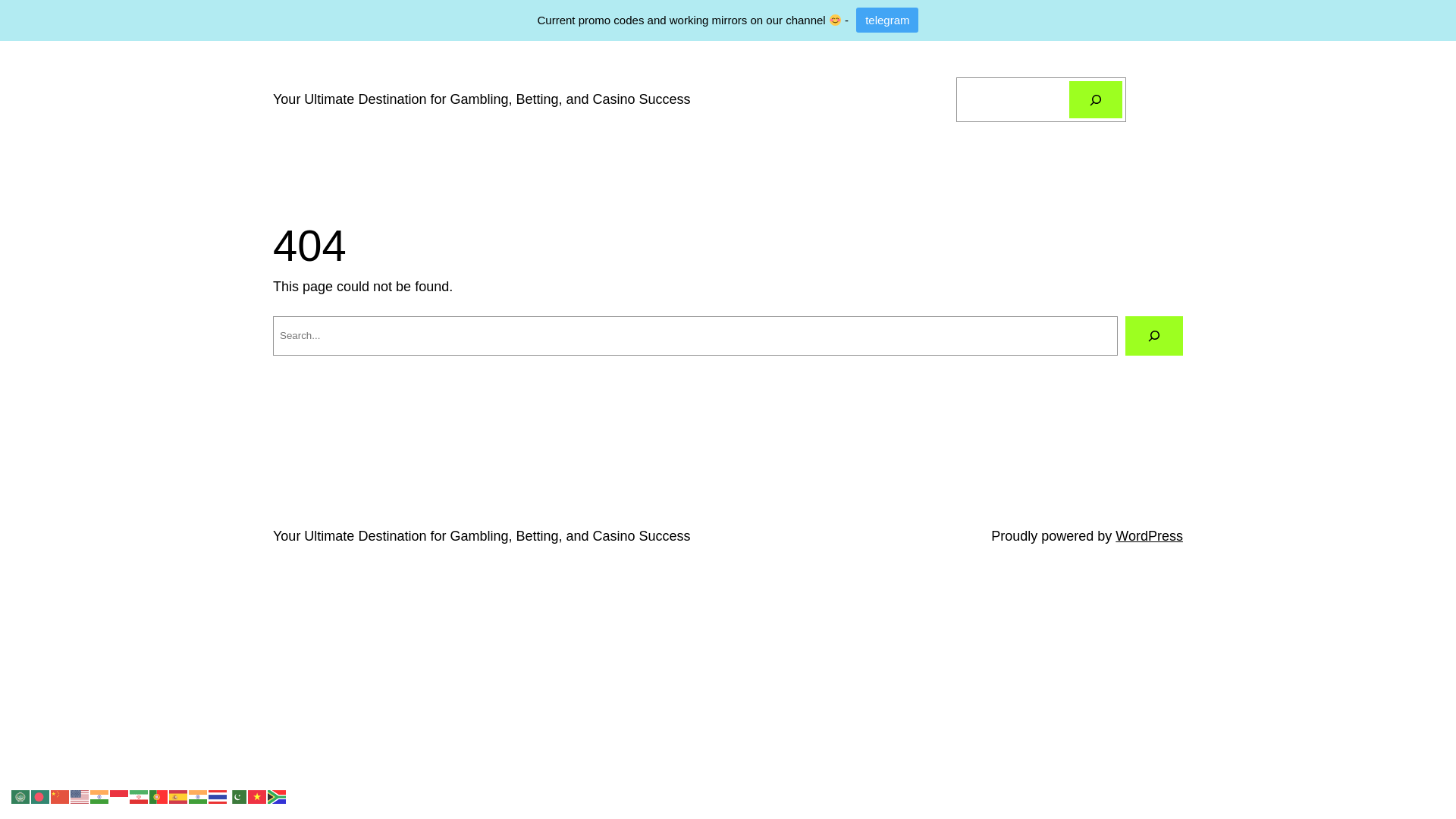 Image resolution: width=1456 pixels, height=819 pixels. Describe the element at coordinates (79, 795) in the screenshot. I see `'English'` at that location.